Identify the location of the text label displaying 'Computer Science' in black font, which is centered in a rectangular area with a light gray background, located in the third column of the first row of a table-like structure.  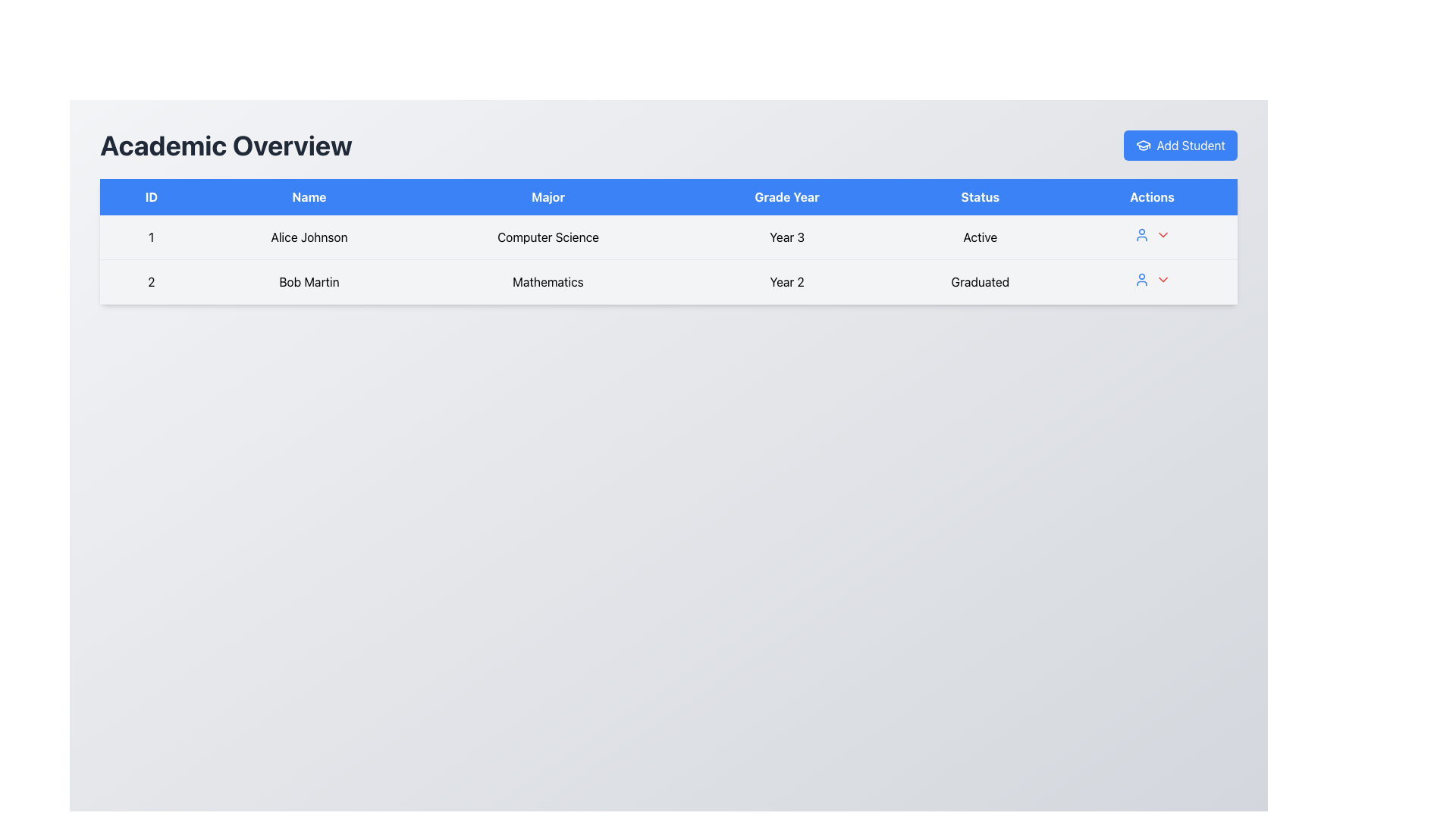
(548, 237).